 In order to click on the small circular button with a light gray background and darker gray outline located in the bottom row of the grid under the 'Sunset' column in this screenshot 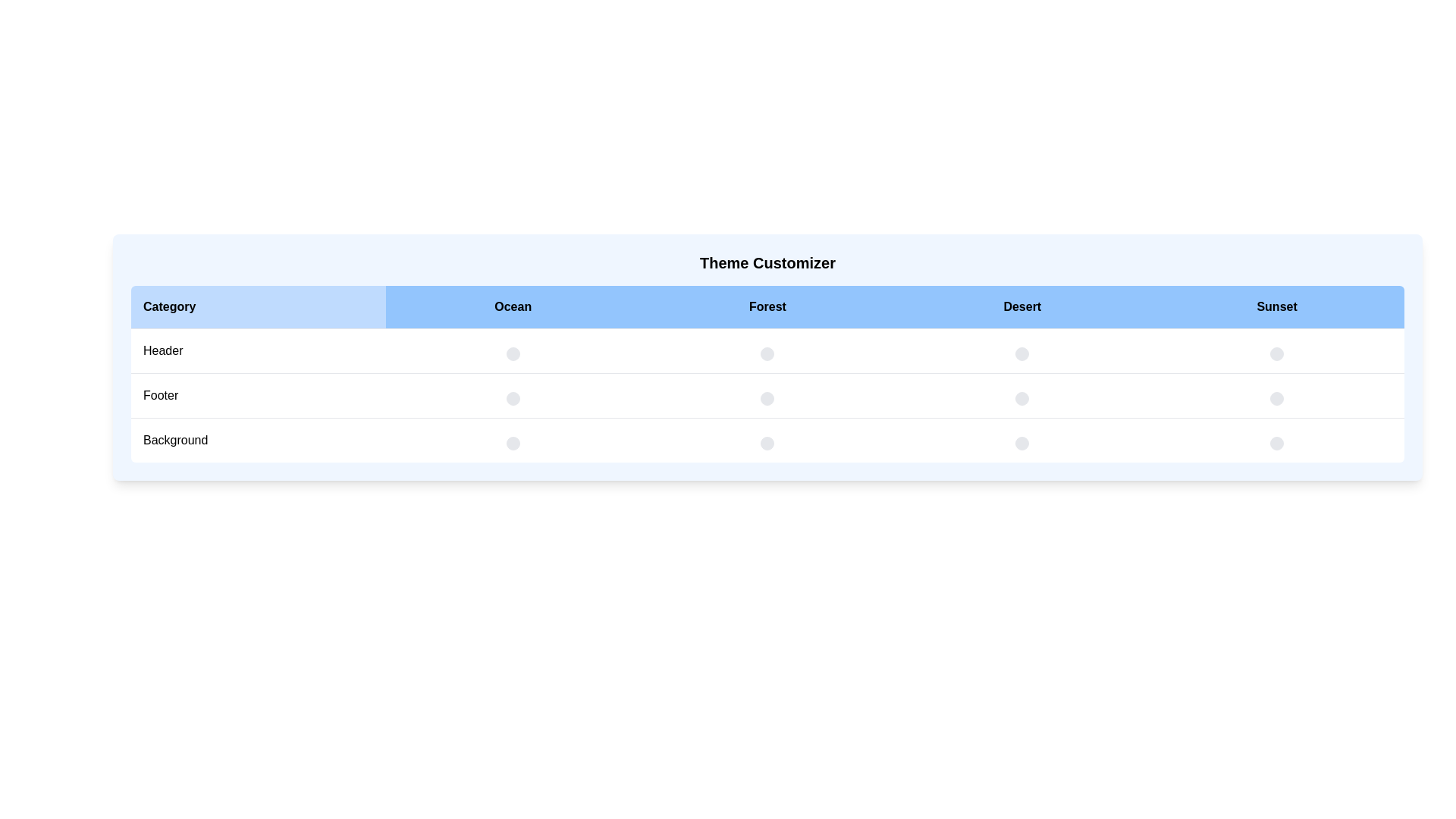, I will do `click(1276, 444)`.